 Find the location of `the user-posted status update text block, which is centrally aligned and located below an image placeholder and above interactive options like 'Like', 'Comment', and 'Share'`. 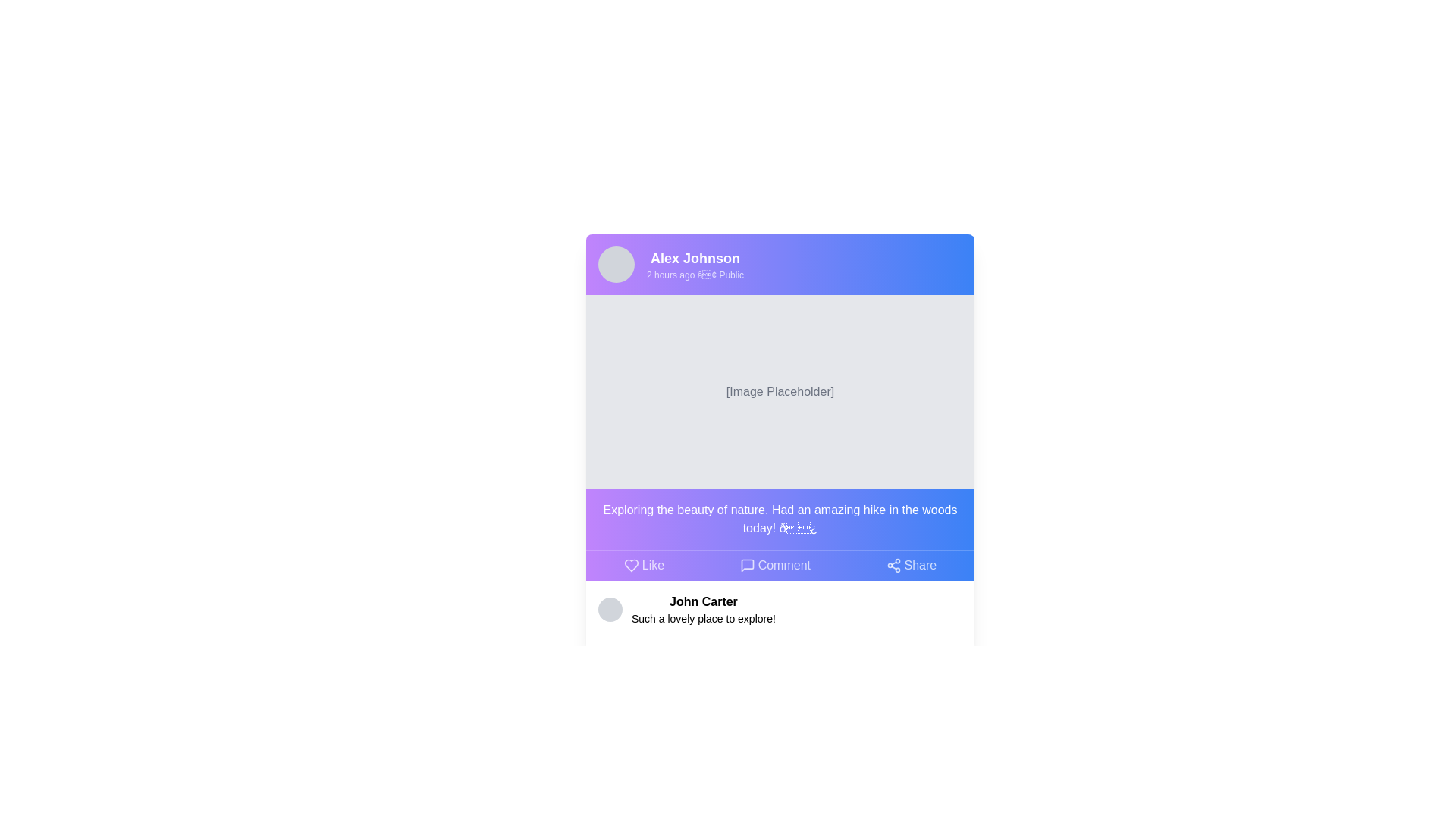

the user-posted status update text block, which is centrally aligned and located below an image placeholder and above interactive options like 'Like', 'Comment', and 'Share' is located at coordinates (780, 519).